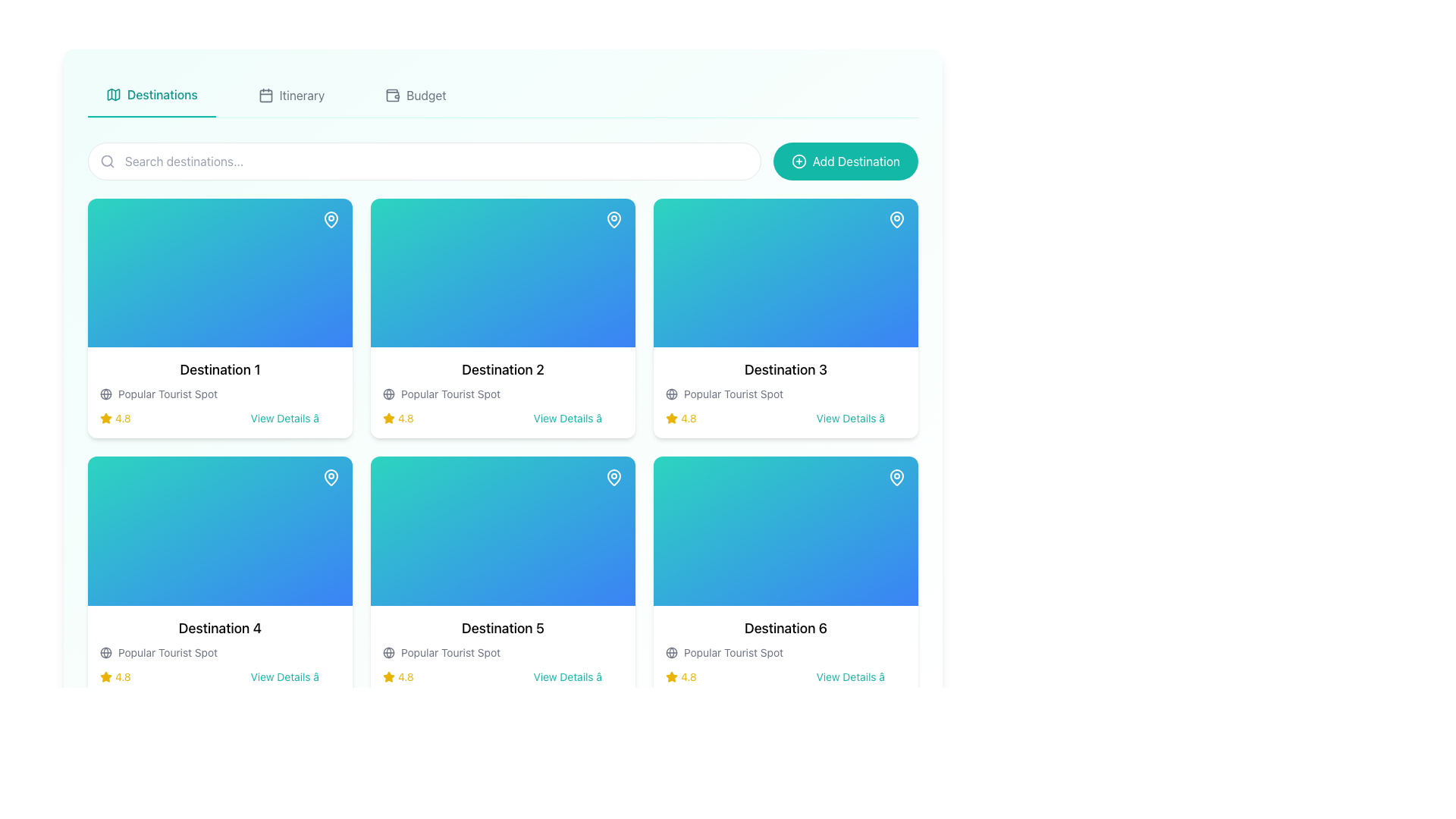  I want to click on the decorative location icon at the top-right corner of the 'Destination 1' card, which indicates pinning functionality, so click(330, 219).